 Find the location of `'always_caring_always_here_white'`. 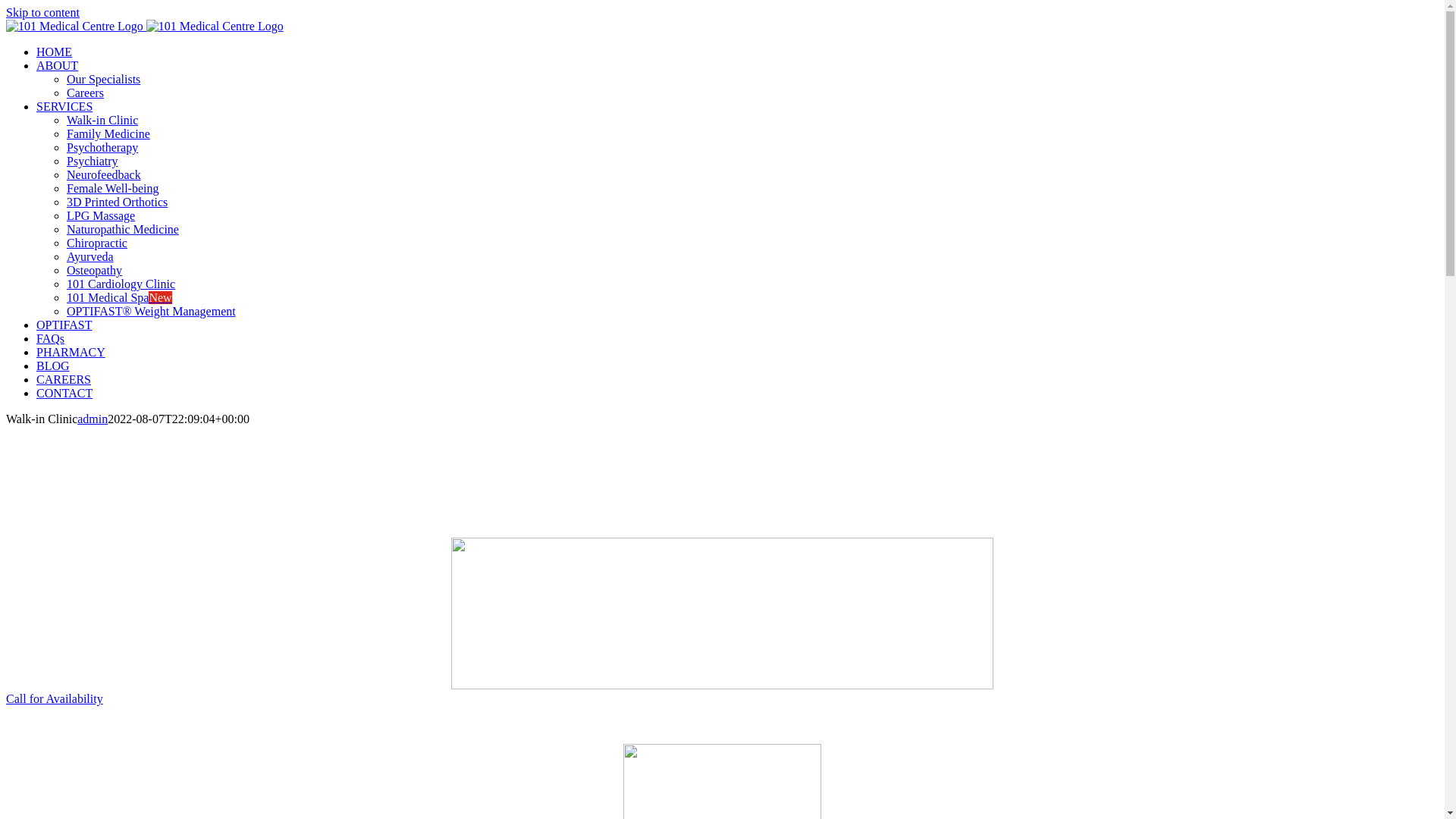

'always_caring_always_here_white' is located at coordinates (450, 613).